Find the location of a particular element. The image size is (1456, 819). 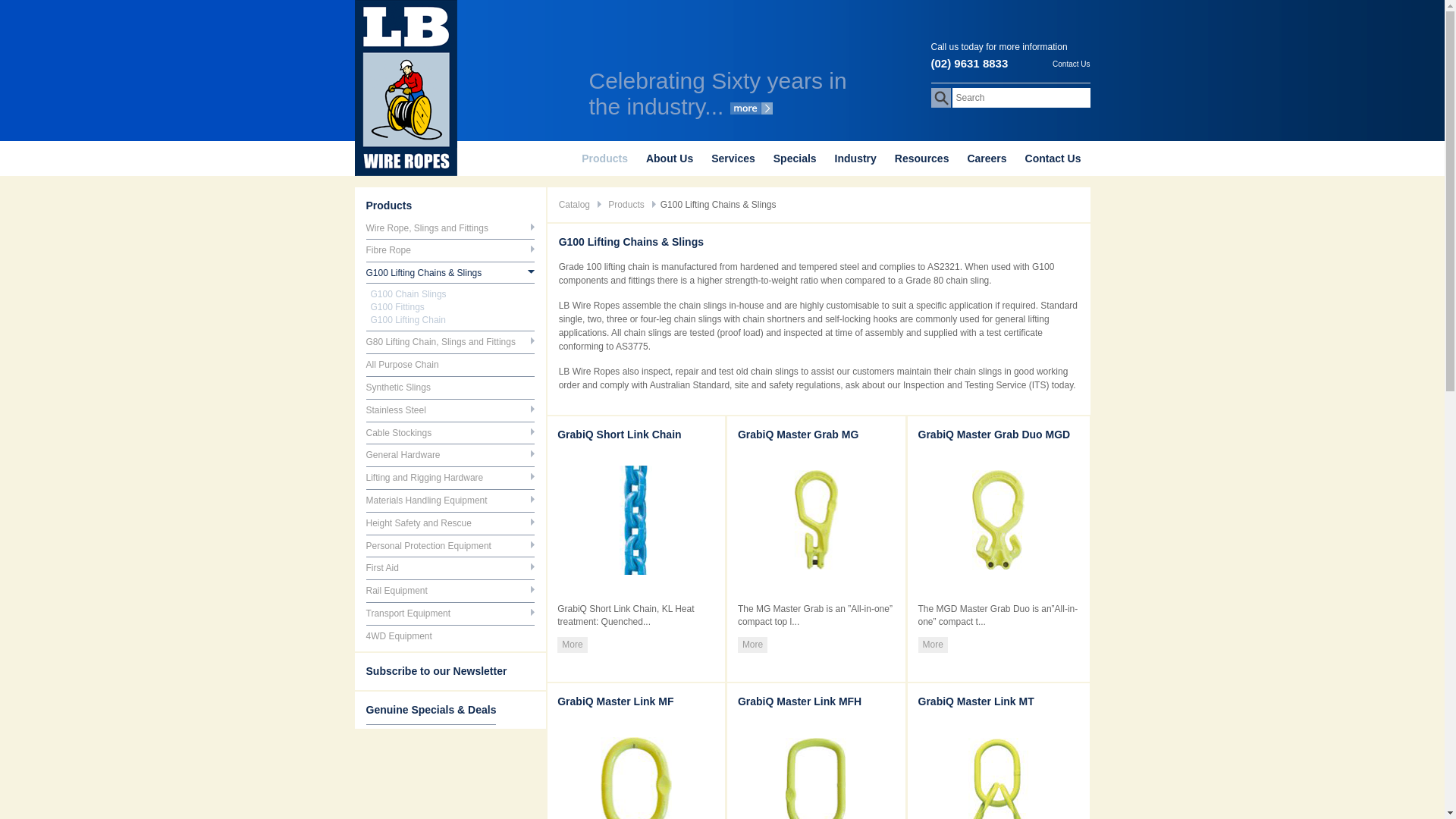

'Products' is located at coordinates (607, 205).